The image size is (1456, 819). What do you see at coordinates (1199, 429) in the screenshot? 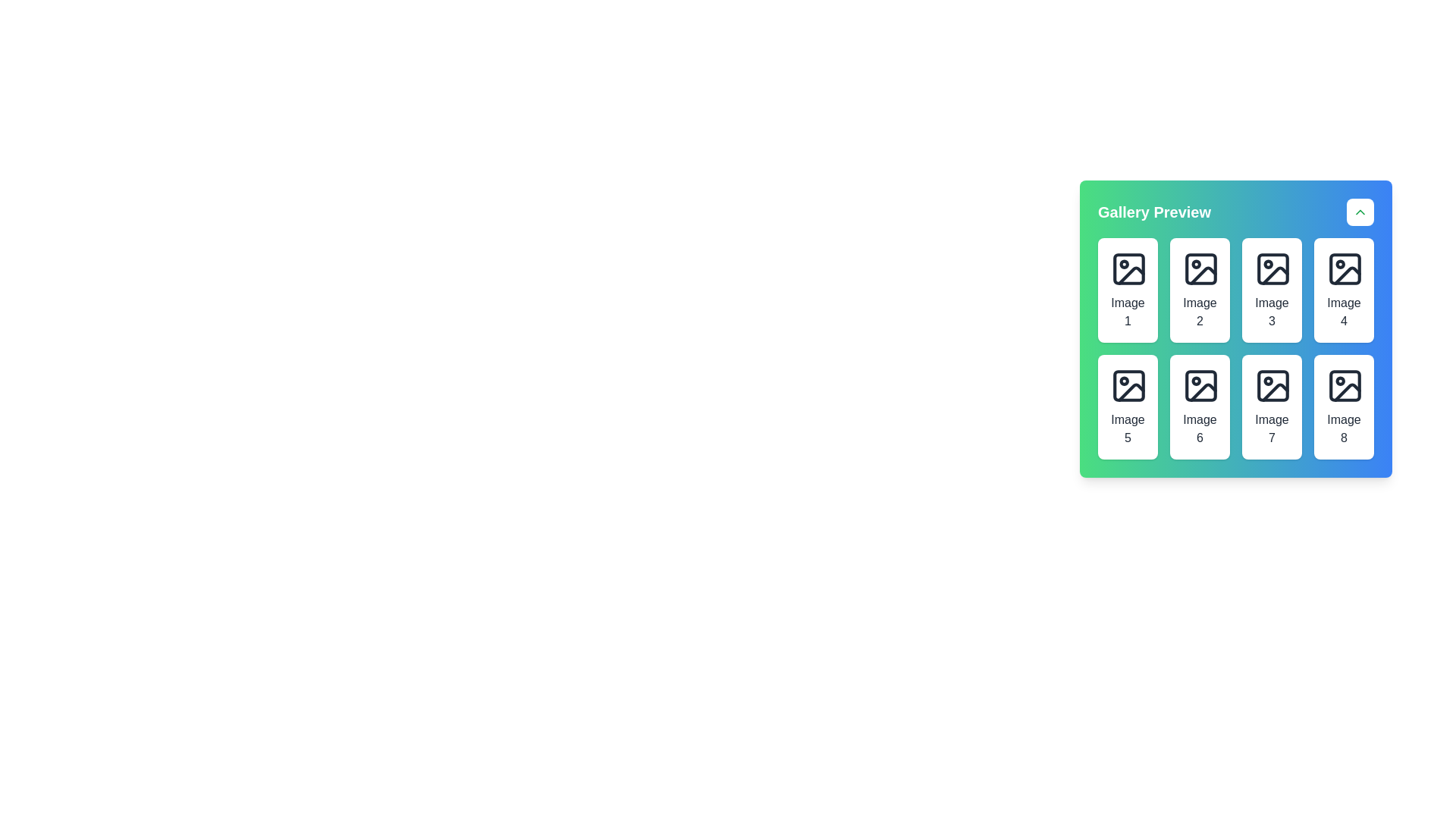
I see `the text label reading 'Image 6', which is styled in a centered format and located beneath the image icon in the Gallery Preview card` at bounding box center [1199, 429].